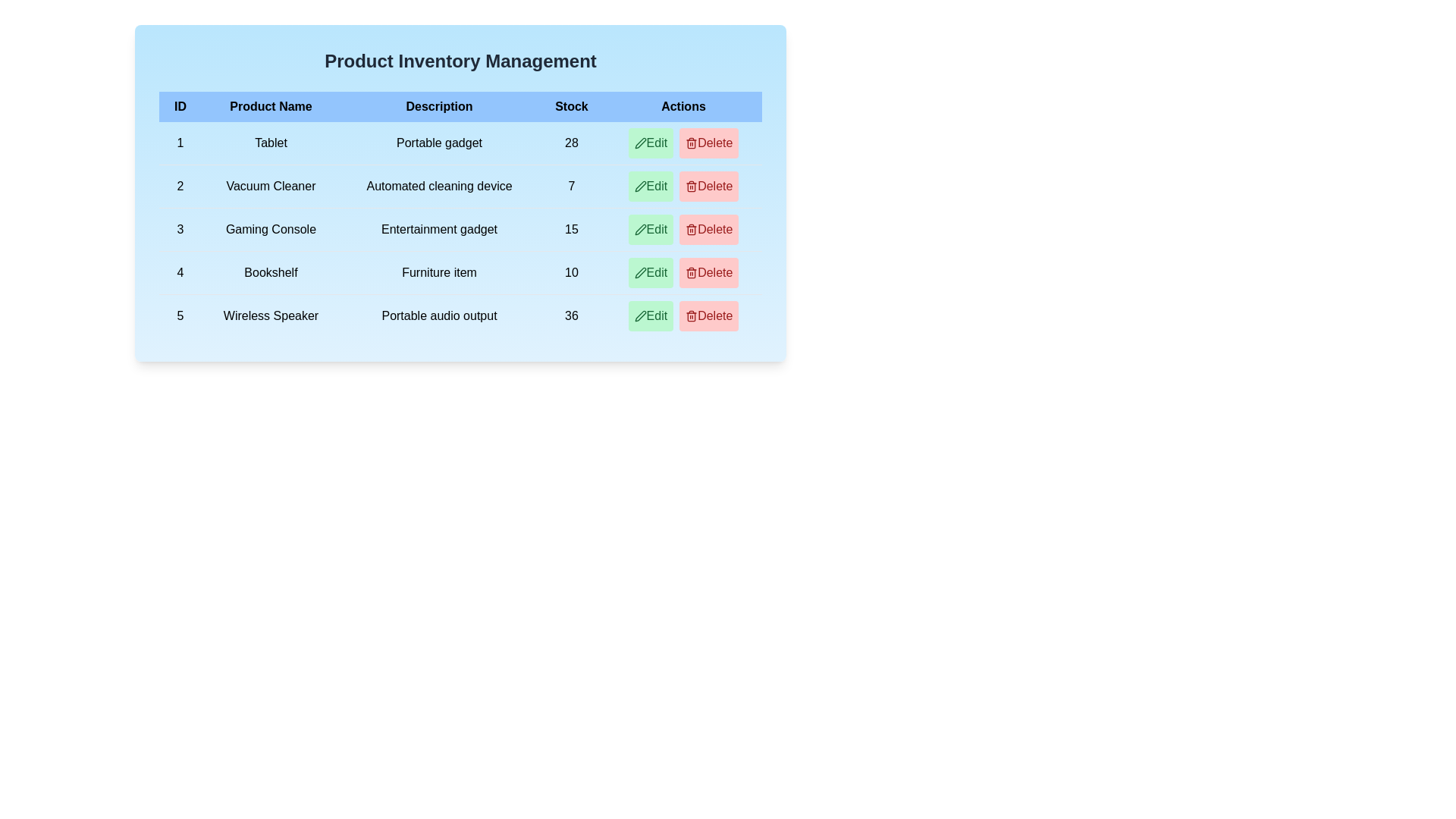  What do you see at coordinates (180, 143) in the screenshot?
I see `the static text label that serves as an identifier for the corresponding data row in the table, located in the first row and column of the tabular layout` at bounding box center [180, 143].